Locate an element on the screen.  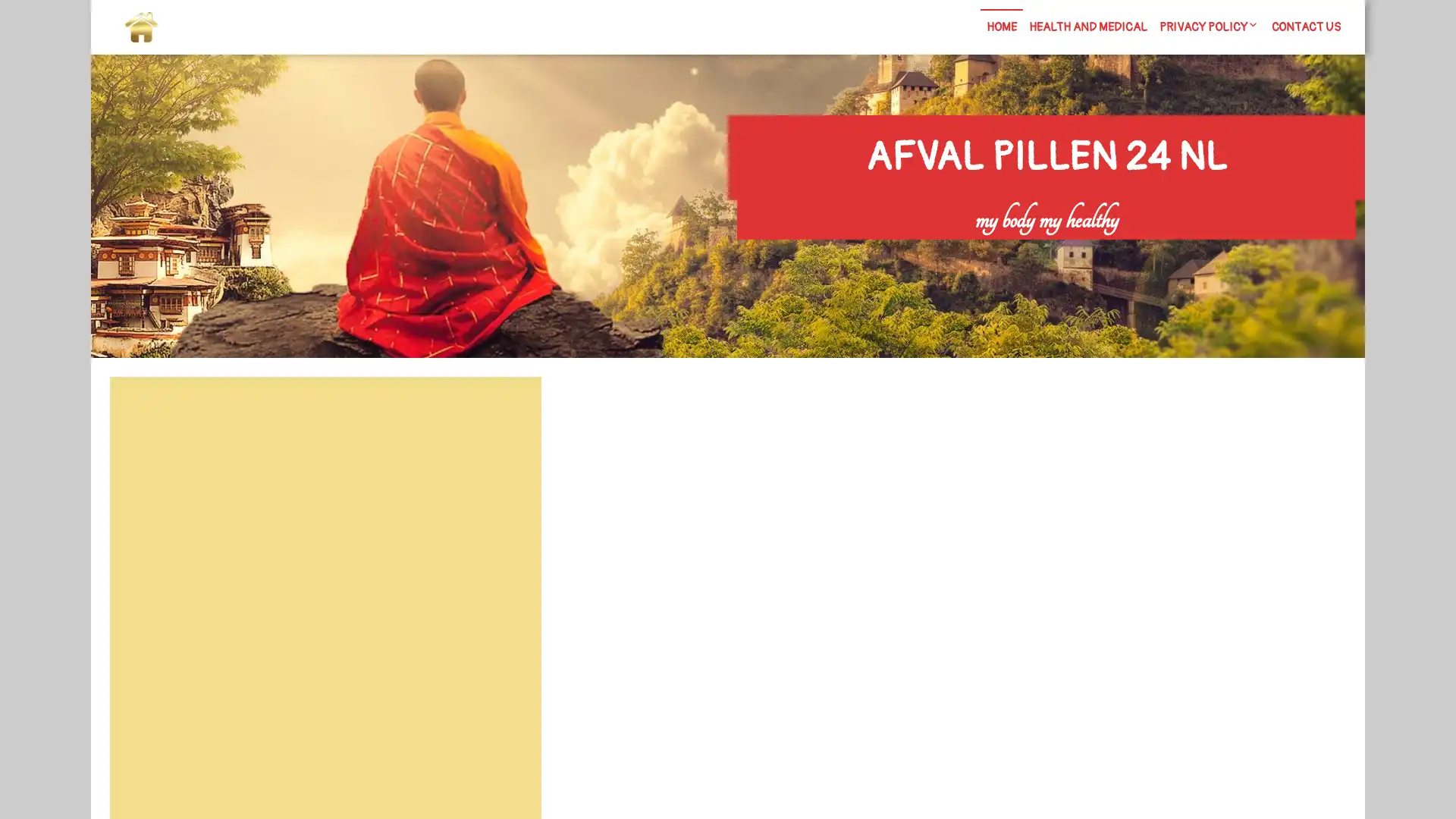
Search is located at coordinates (506, 413).